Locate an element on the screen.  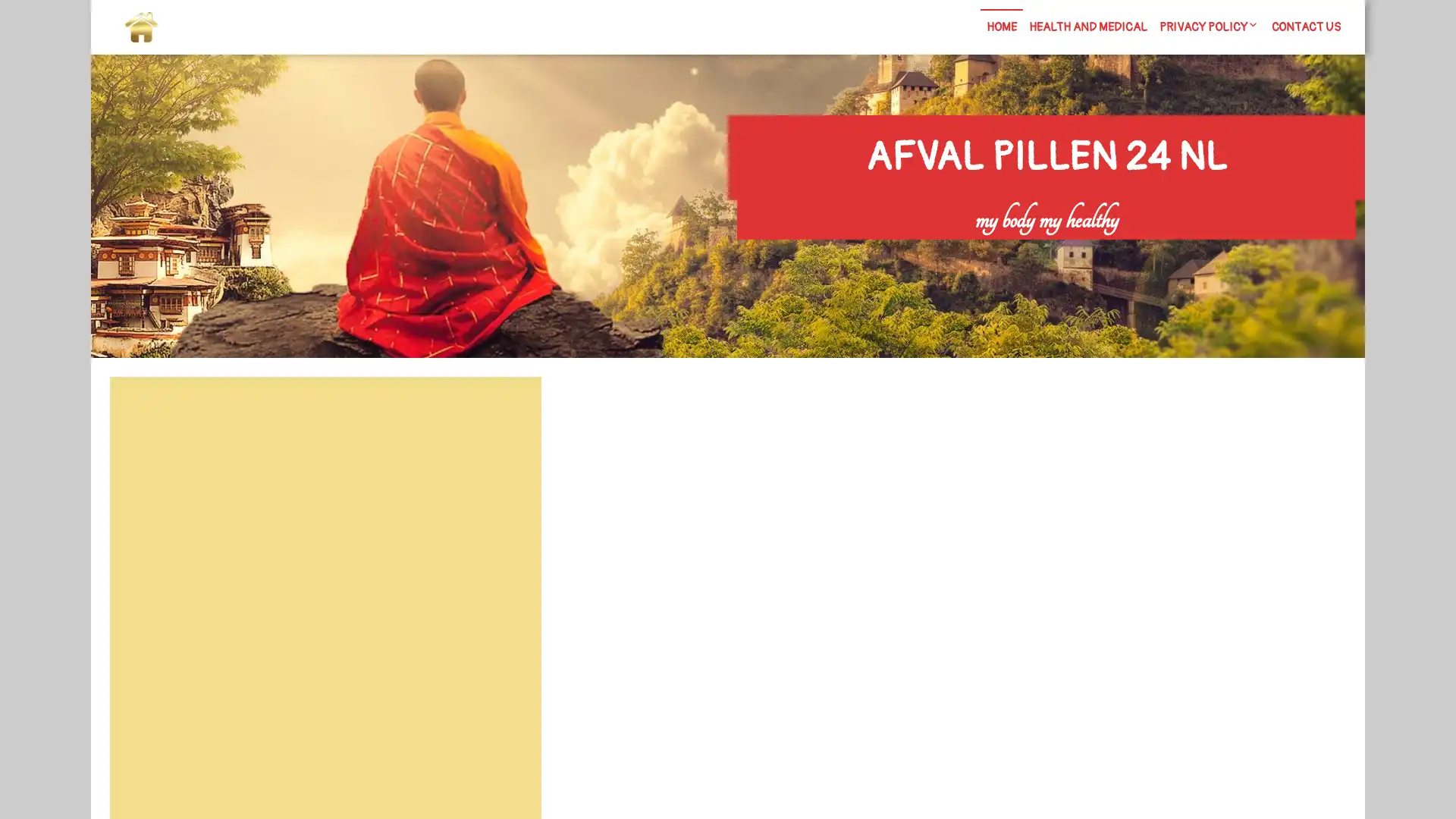
Search is located at coordinates (506, 413).